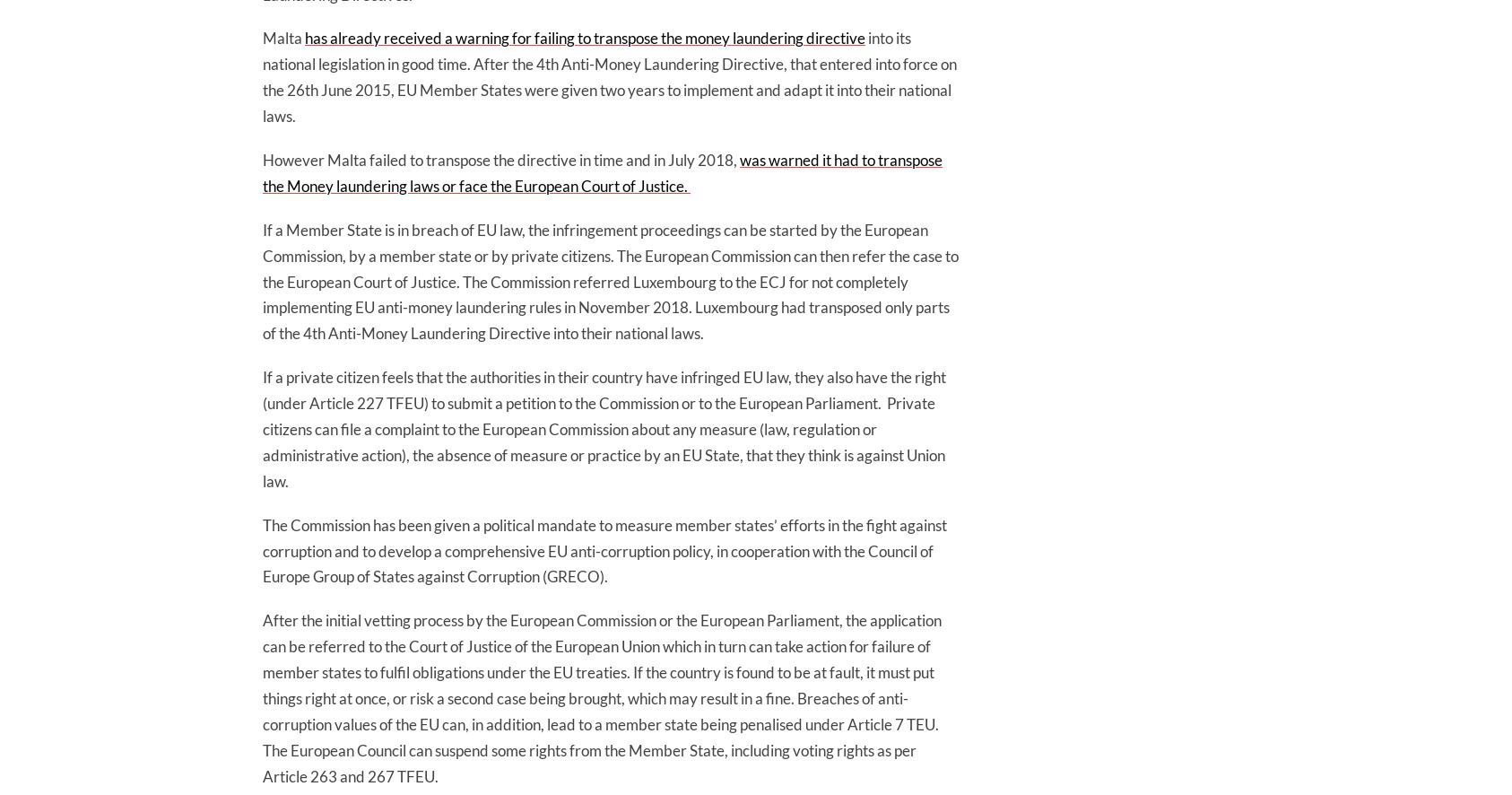  I want to click on 'was warned it had to transpose the Money laundering laws or face the European Court of Justice.', so click(602, 171).